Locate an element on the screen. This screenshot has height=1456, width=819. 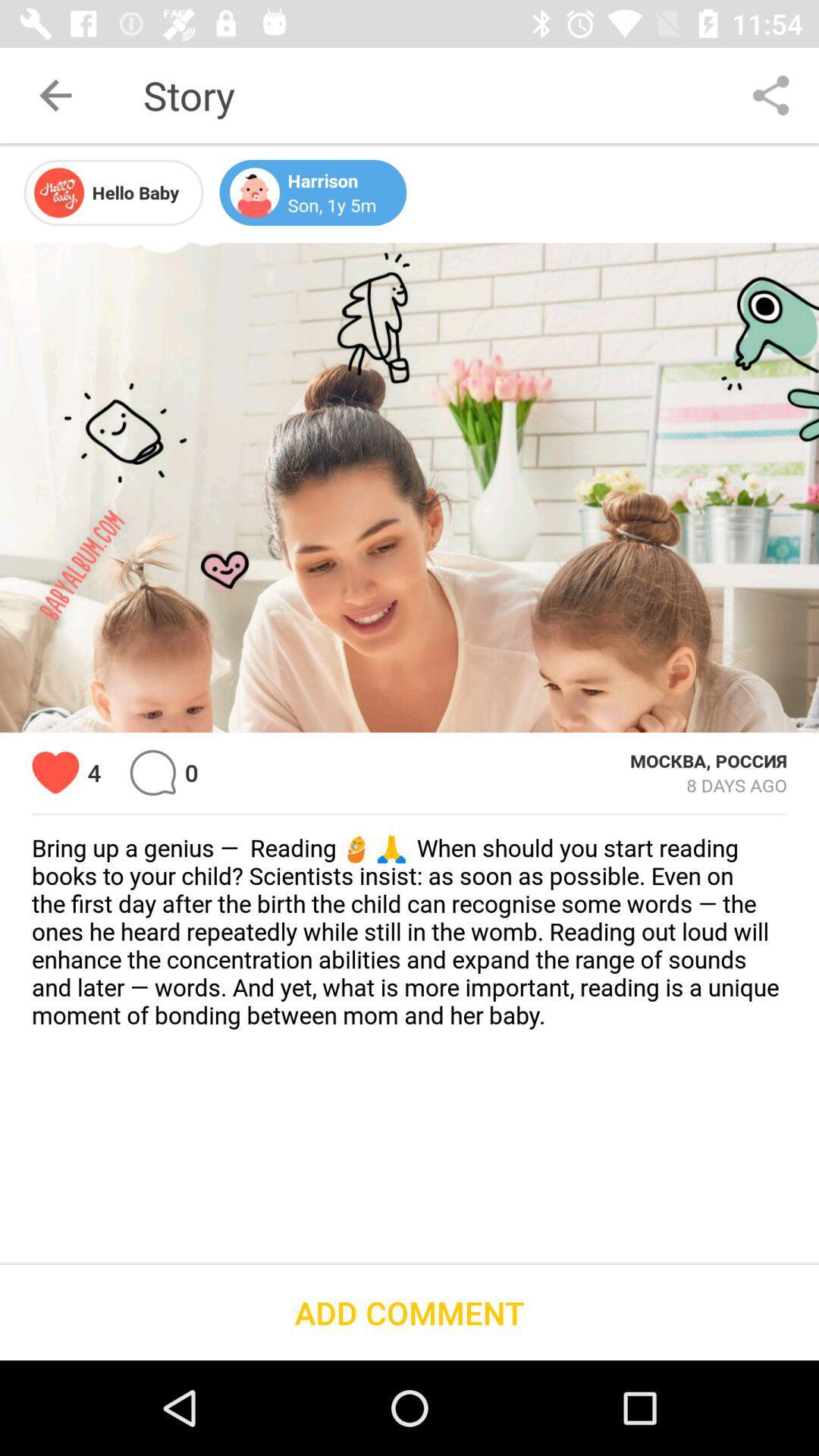
the chat icon is located at coordinates (152, 773).